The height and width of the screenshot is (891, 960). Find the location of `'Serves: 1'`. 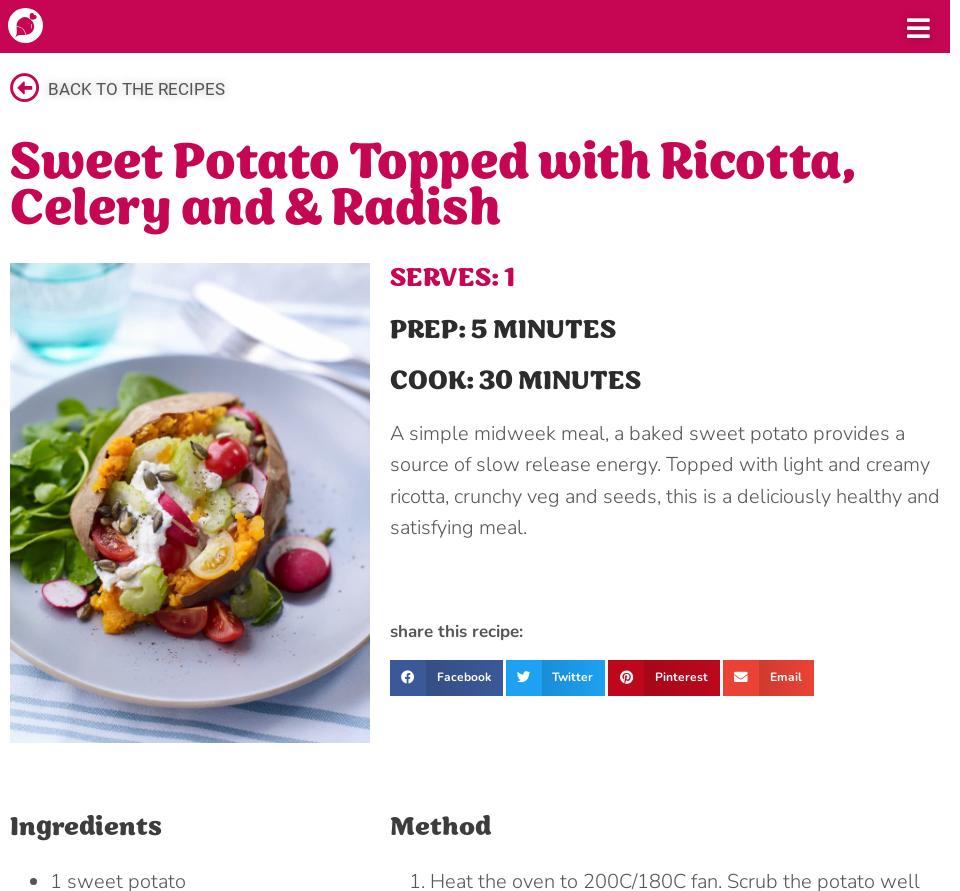

'Serves: 1' is located at coordinates (451, 277).